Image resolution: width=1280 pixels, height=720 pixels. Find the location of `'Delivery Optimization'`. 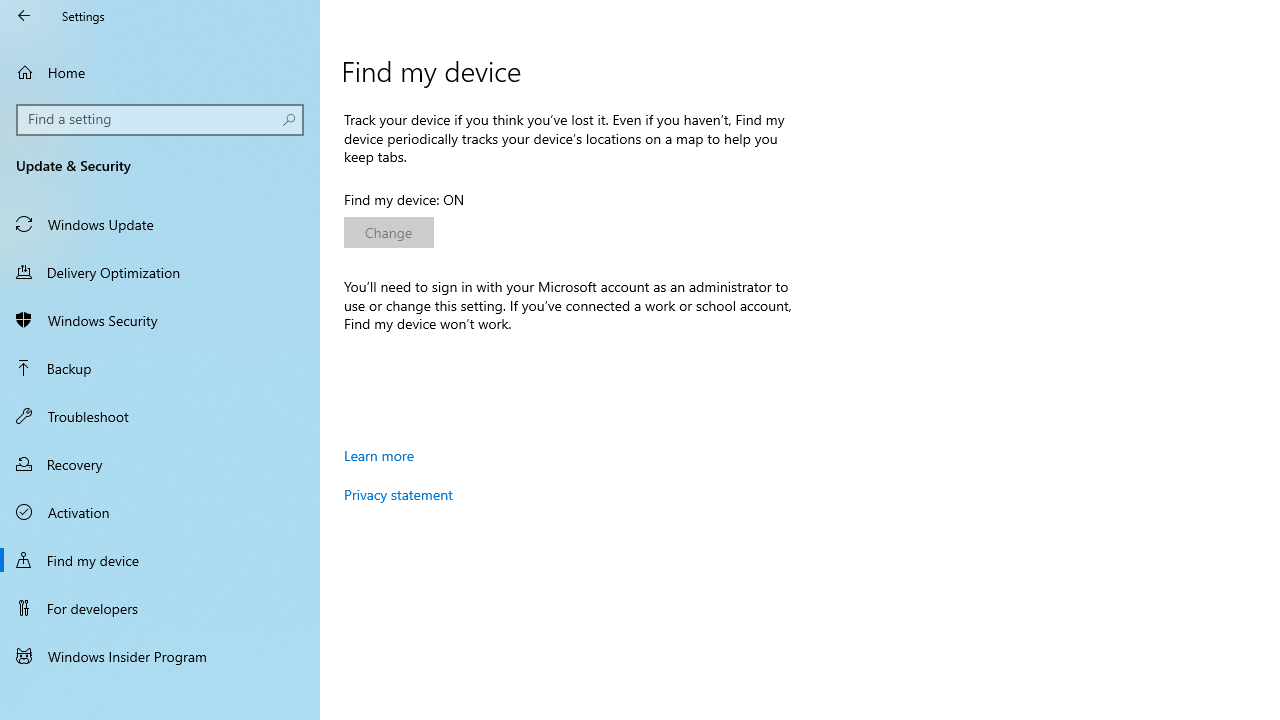

'Delivery Optimization' is located at coordinates (160, 271).